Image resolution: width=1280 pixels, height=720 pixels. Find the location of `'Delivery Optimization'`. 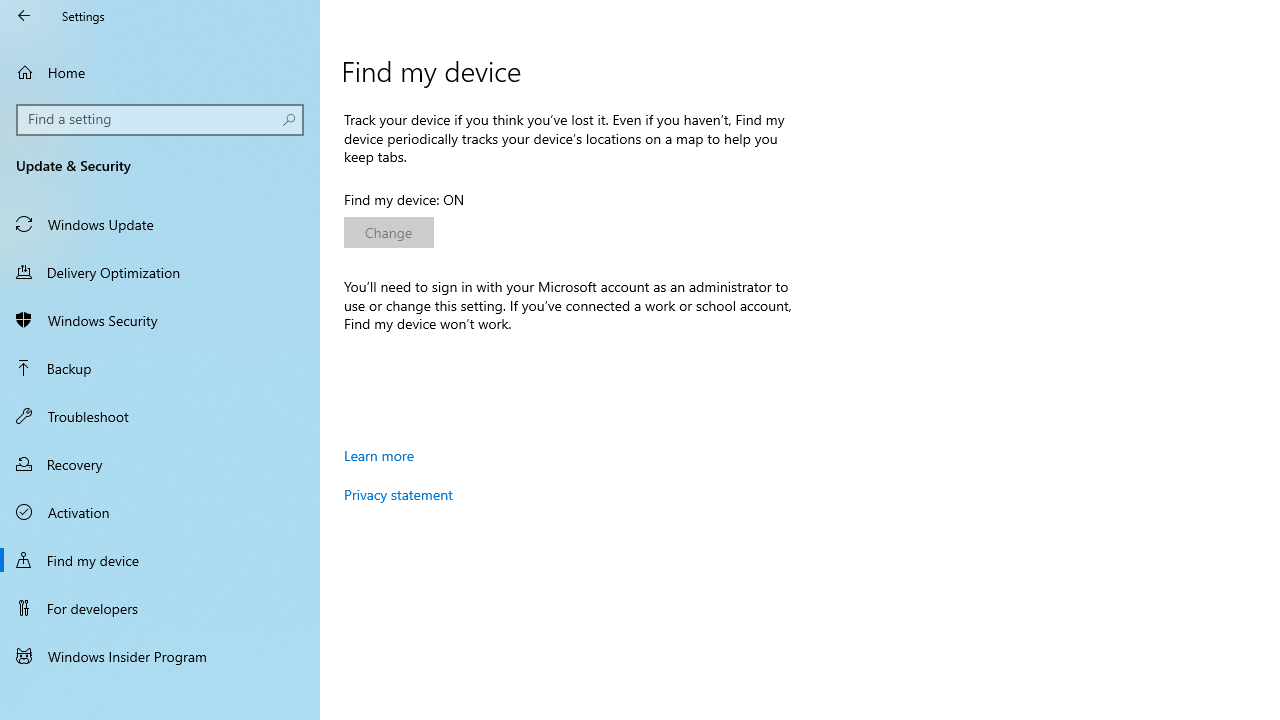

'Delivery Optimization' is located at coordinates (160, 271).